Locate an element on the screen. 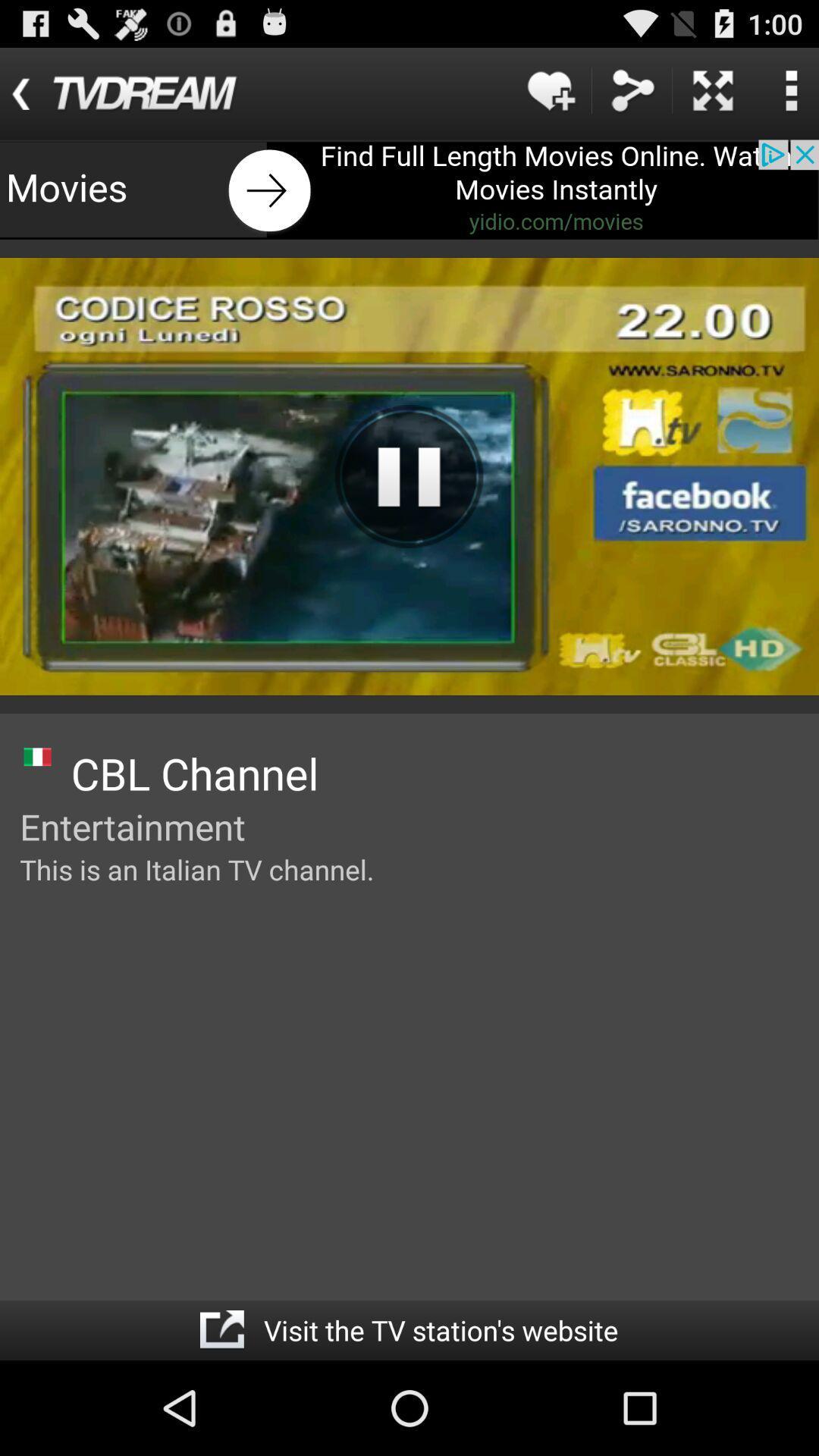 The image size is (819, 1456). share the article is located at coordinates (632, 89).